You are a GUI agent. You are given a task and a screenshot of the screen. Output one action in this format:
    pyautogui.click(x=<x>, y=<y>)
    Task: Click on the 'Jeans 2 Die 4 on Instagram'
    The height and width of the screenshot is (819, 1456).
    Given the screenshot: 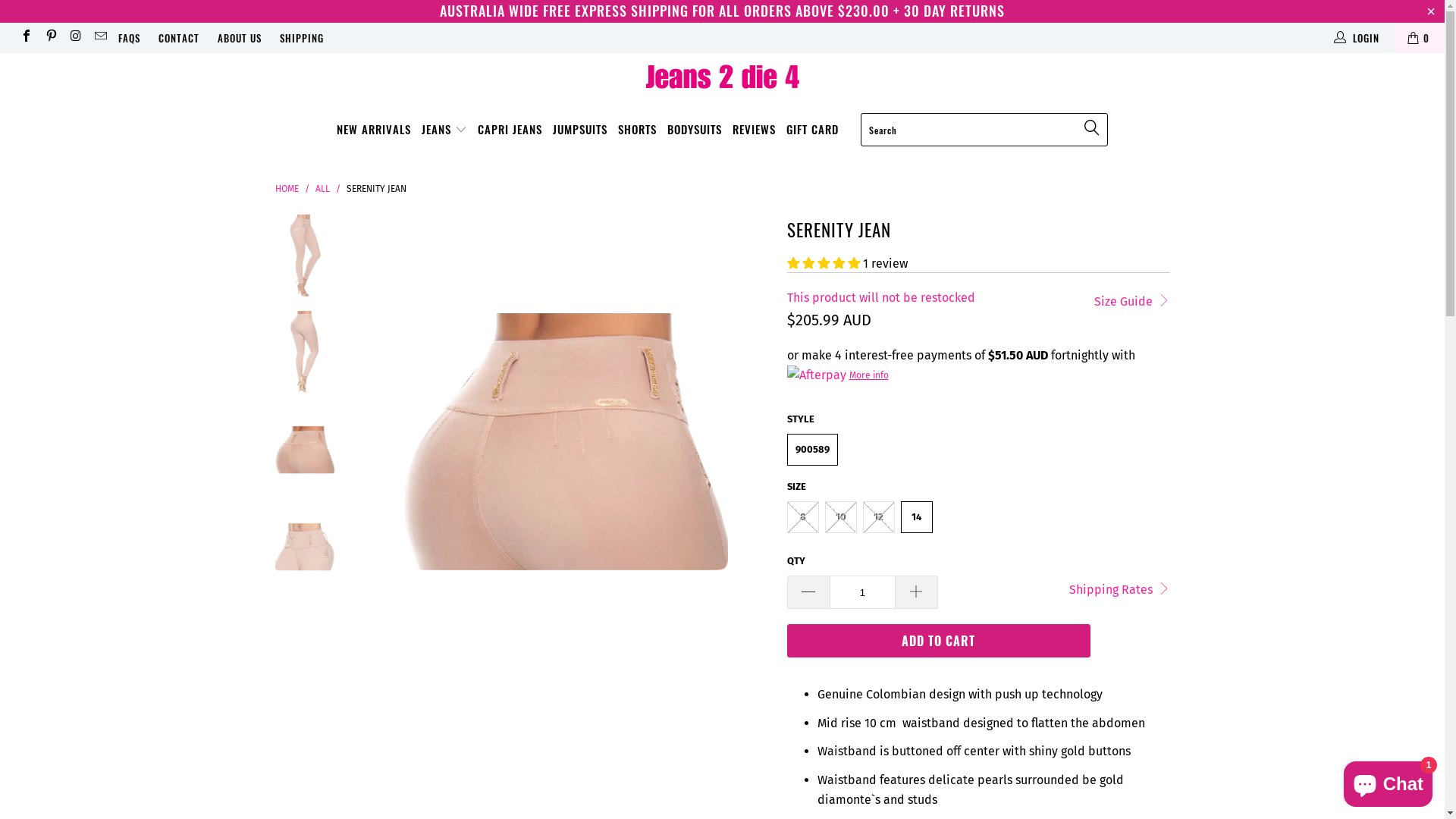 What is the action you would take?
    pyautogui.click(x=74, y=36)
    